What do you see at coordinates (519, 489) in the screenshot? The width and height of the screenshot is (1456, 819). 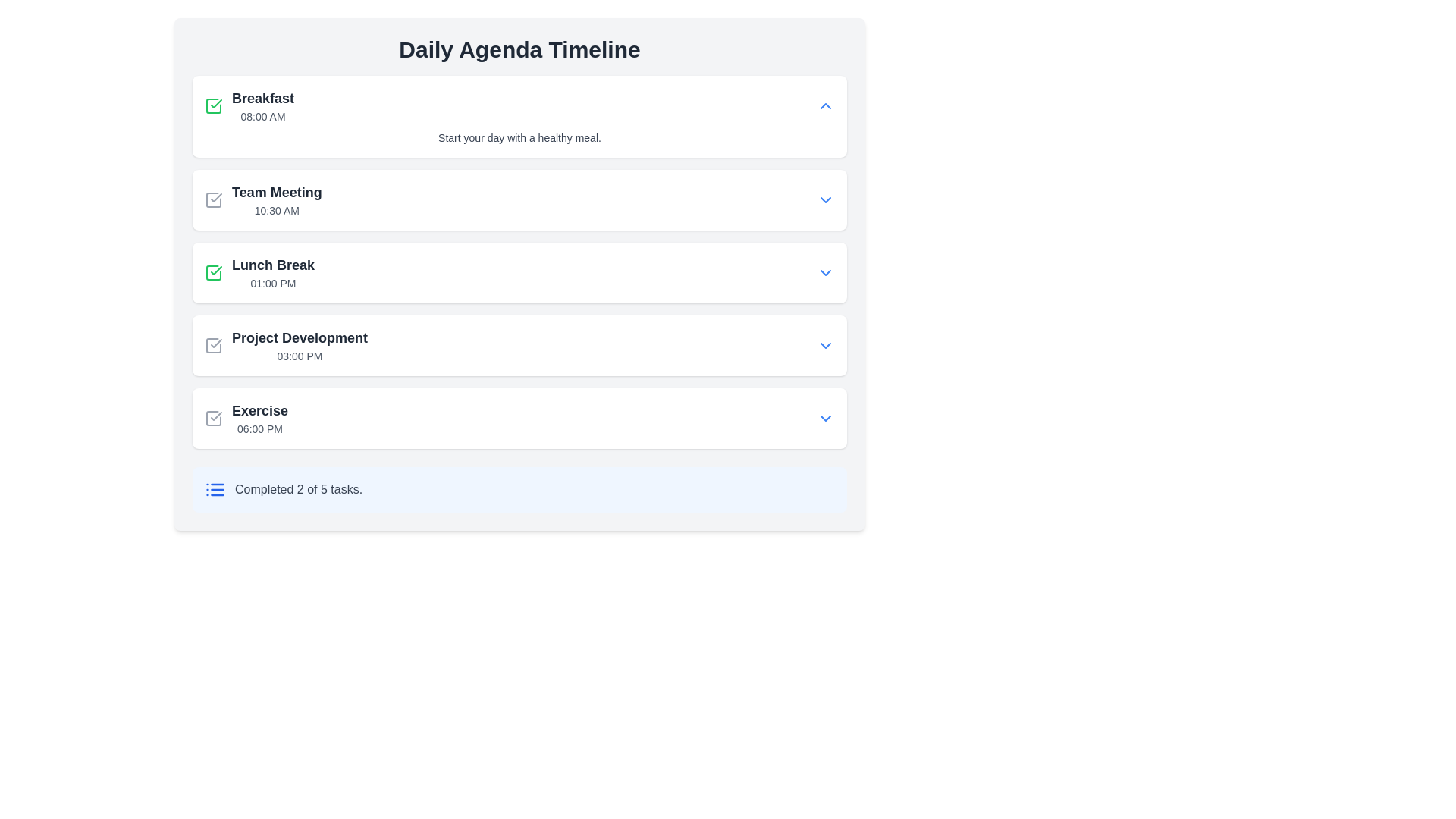 I see `task completion information from the Progress Summary Panel located at the bottom of the 'Daily Agenda Timeline' panel, which summarizes the user's progress in completing tasks` at bounding box center [519, 489].